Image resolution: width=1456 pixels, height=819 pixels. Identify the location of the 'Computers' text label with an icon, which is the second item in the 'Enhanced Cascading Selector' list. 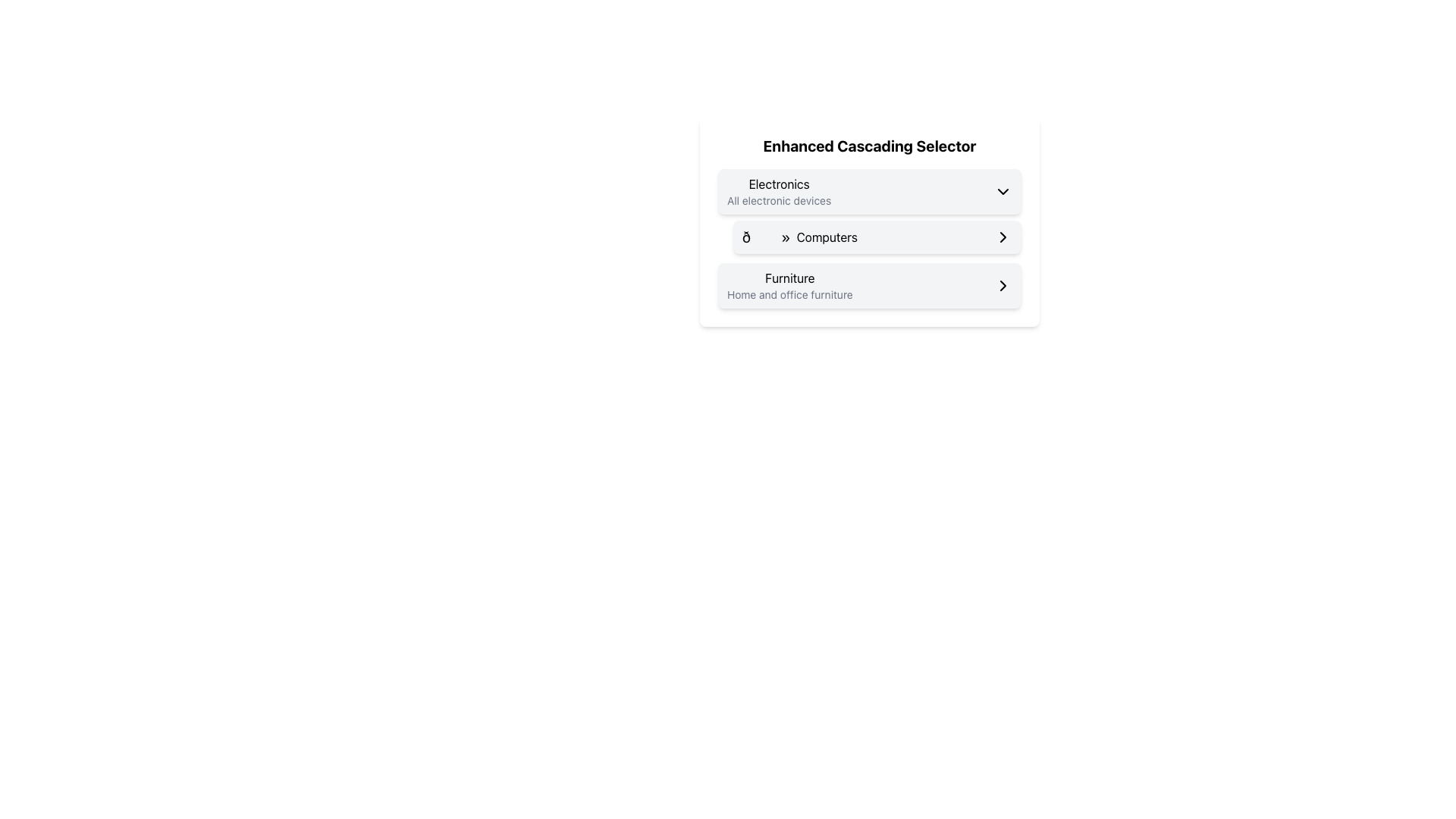
(799, 237).